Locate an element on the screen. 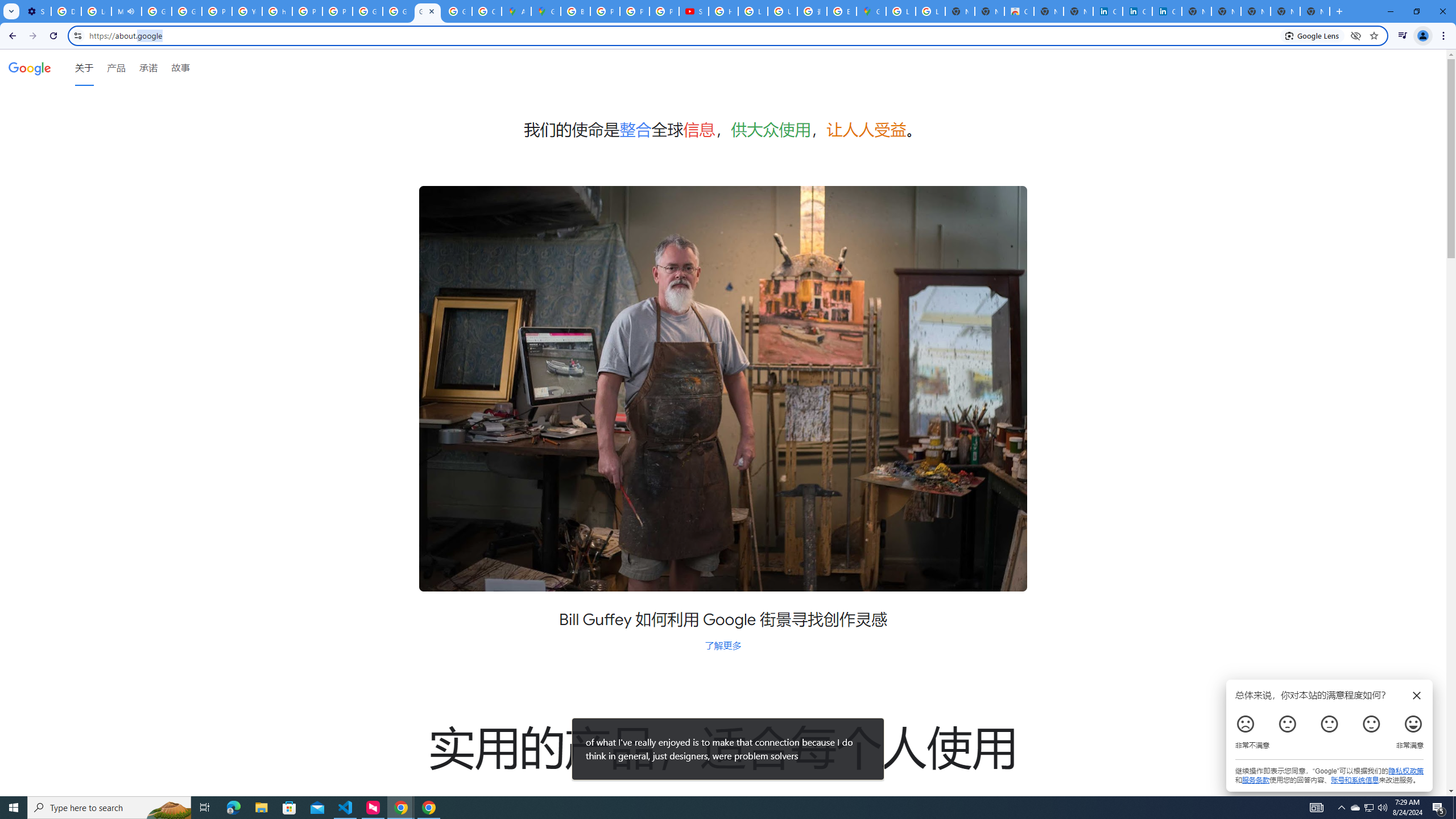 This screenshot has height=819, width=1456. 'Search with Google Lens' is located at coordinates (1312, 35).